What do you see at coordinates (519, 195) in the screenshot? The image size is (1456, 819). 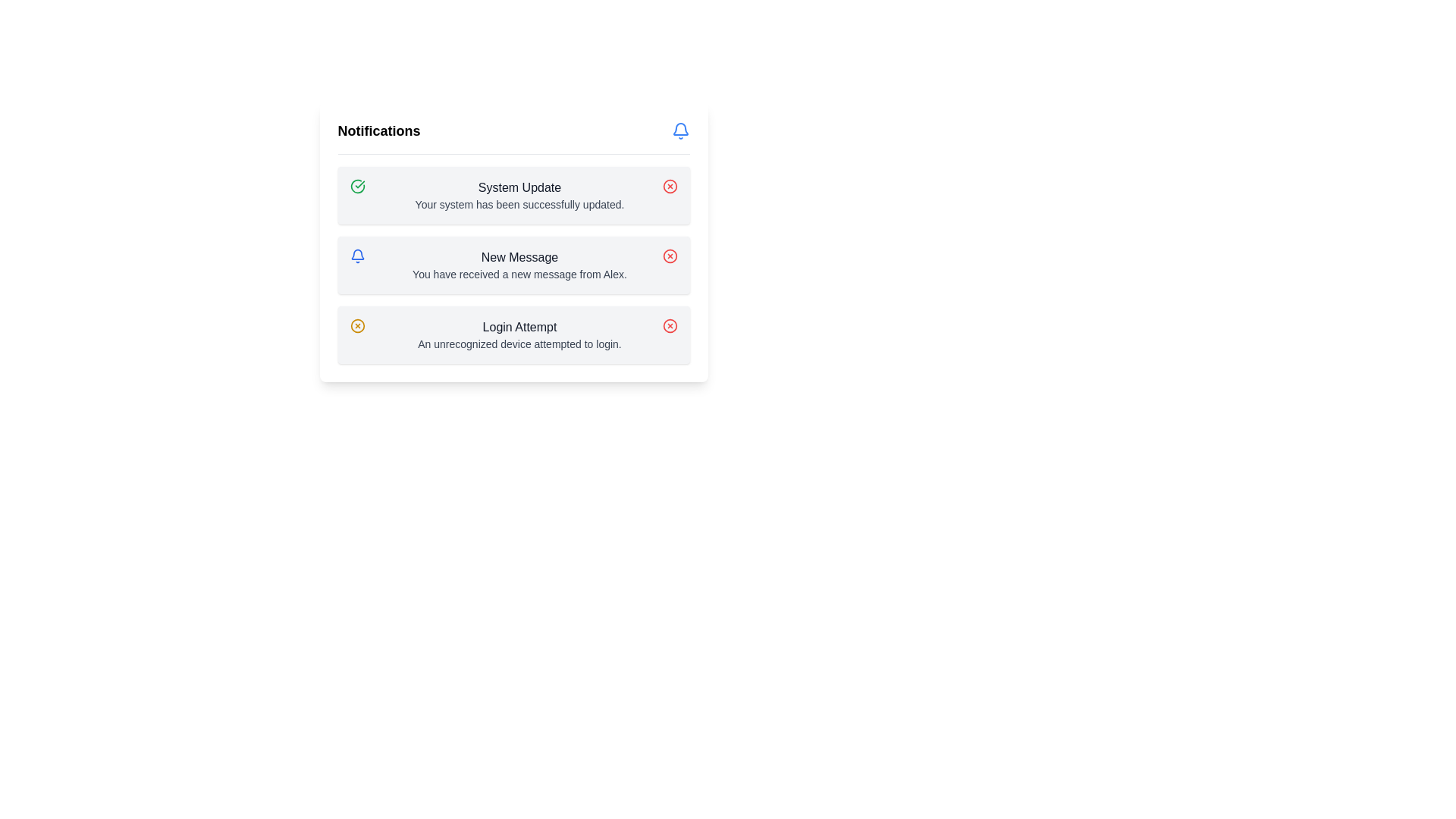 I see `details of the notification header and message indicating a successful system update, which is located in the center of the notification panel above other notifications` at bounding box center [519, 195].